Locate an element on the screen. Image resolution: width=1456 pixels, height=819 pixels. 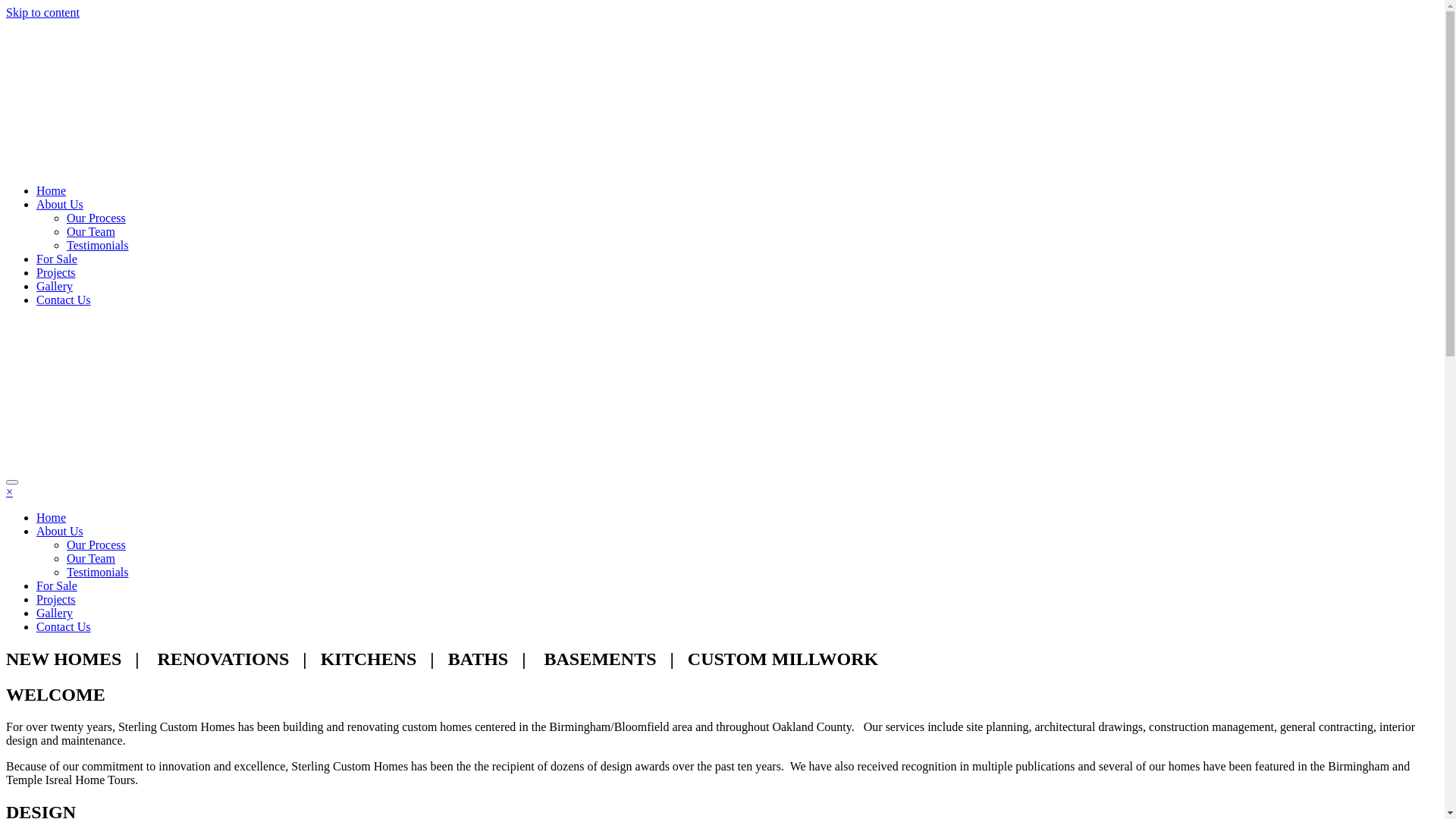
'Contact Us' is located at coordinates (62, 626).